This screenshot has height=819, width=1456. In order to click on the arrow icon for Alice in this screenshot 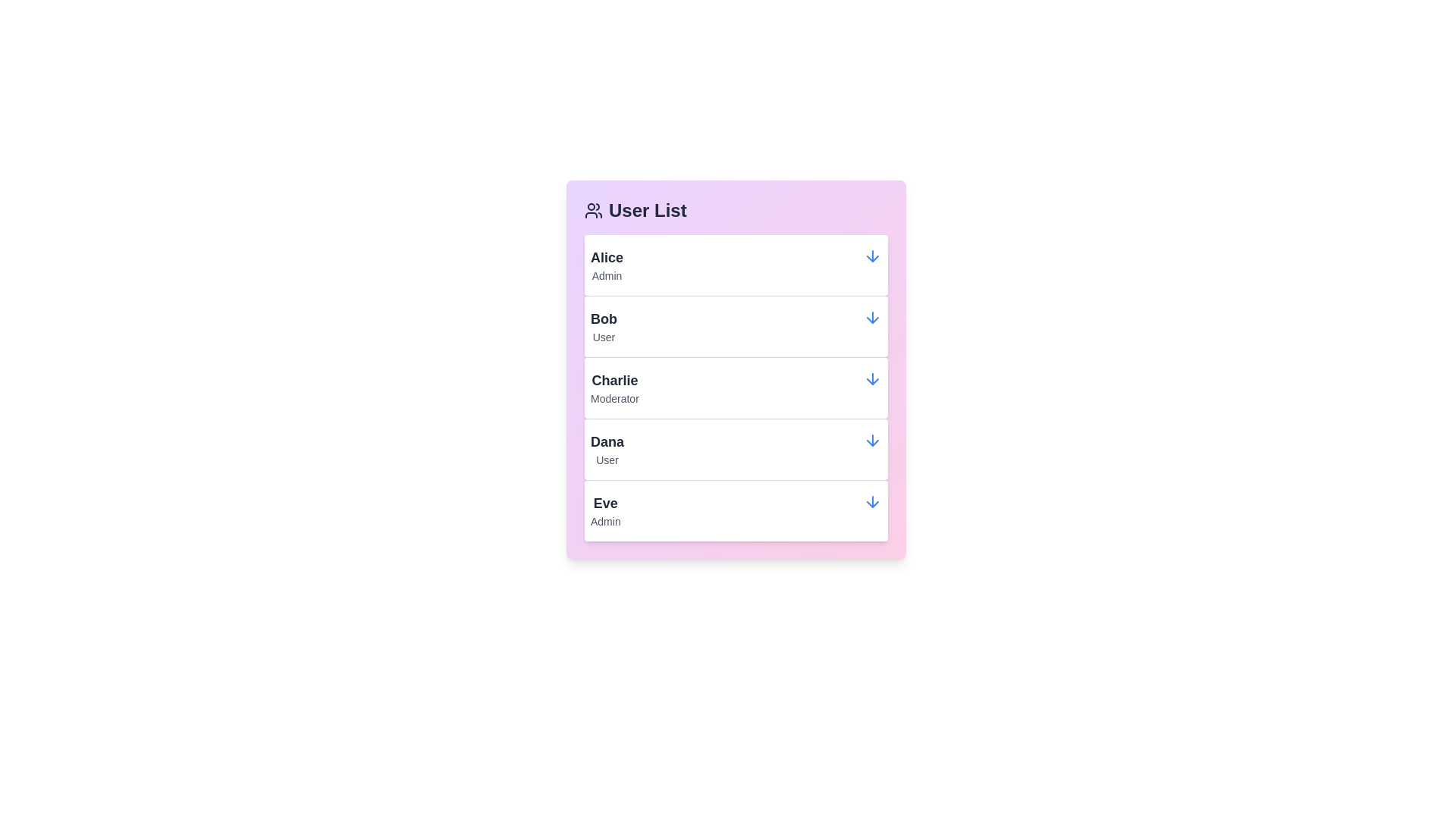, I will do `click(873, 256)`.